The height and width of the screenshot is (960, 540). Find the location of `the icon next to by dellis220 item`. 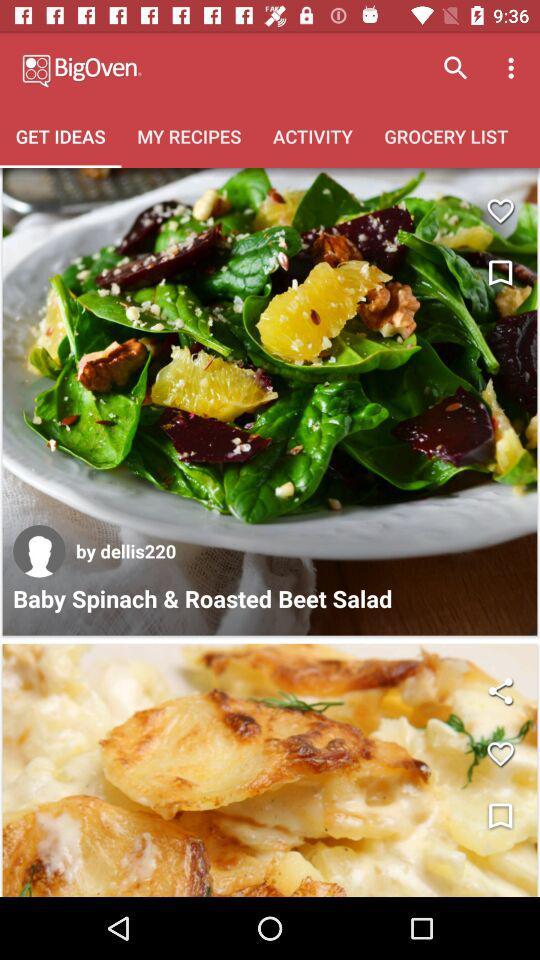

the icon next to by dellis220 item is located at coordinates (39, 551).